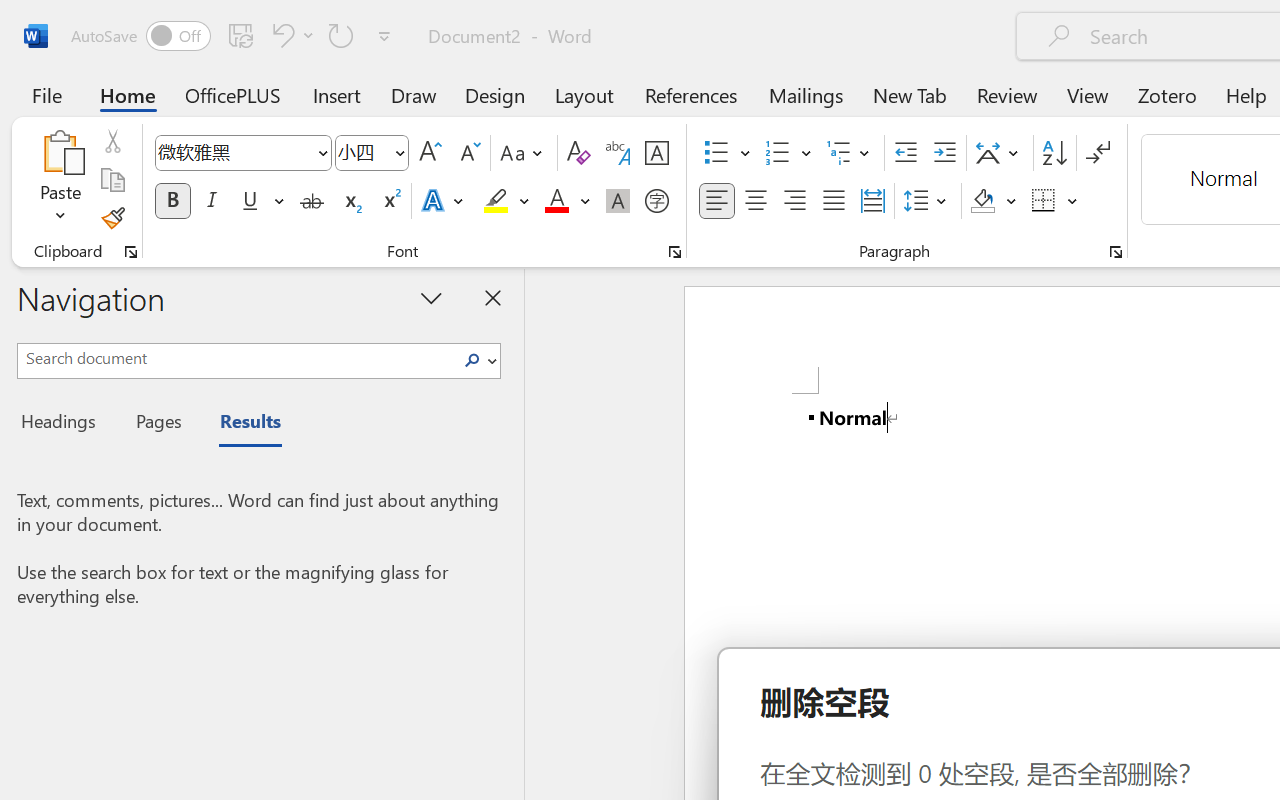 This screenshot has height=800, width=1280. What do you see at coordinates (443, 201) in the screenshot?
I see `'Text Effects and Typography'` at bounding box center [443, 201].